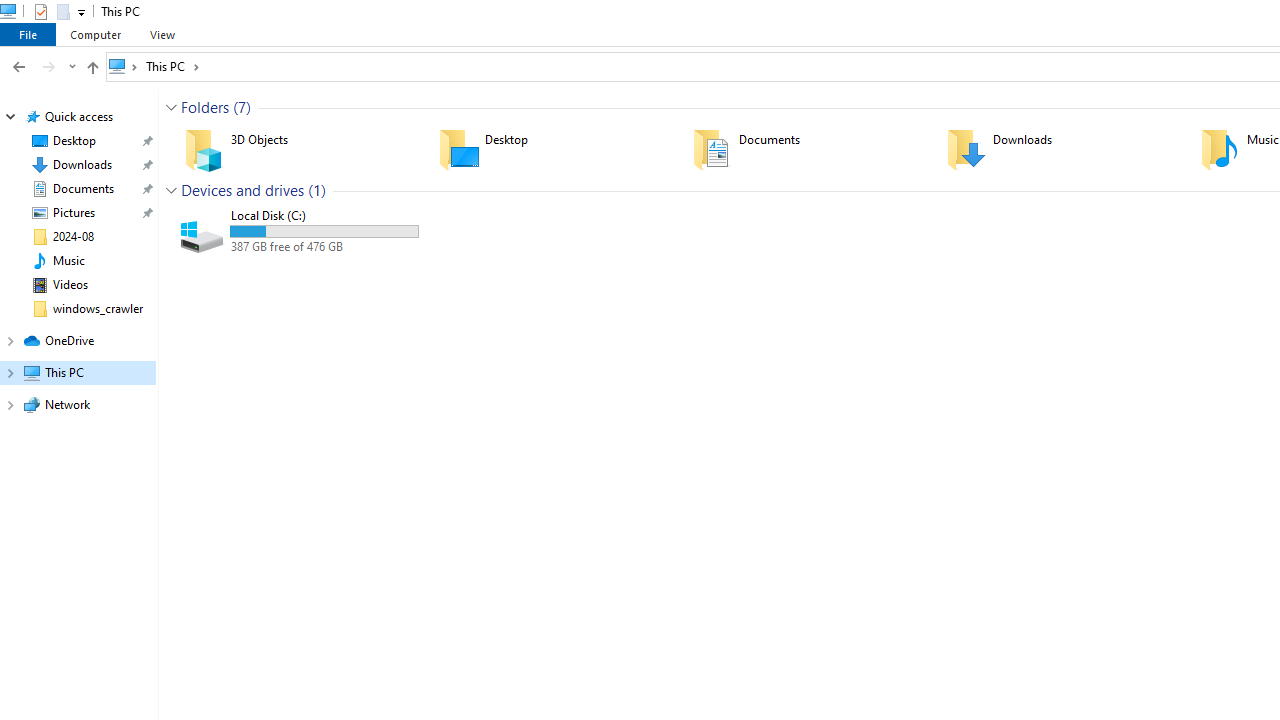 The width and height of the screenshot is (1280, 720). Describe the element at coordinates (19, 65) in the screenshot. I see `'Back to Network (Alt + Left Arrow)'` at that location.